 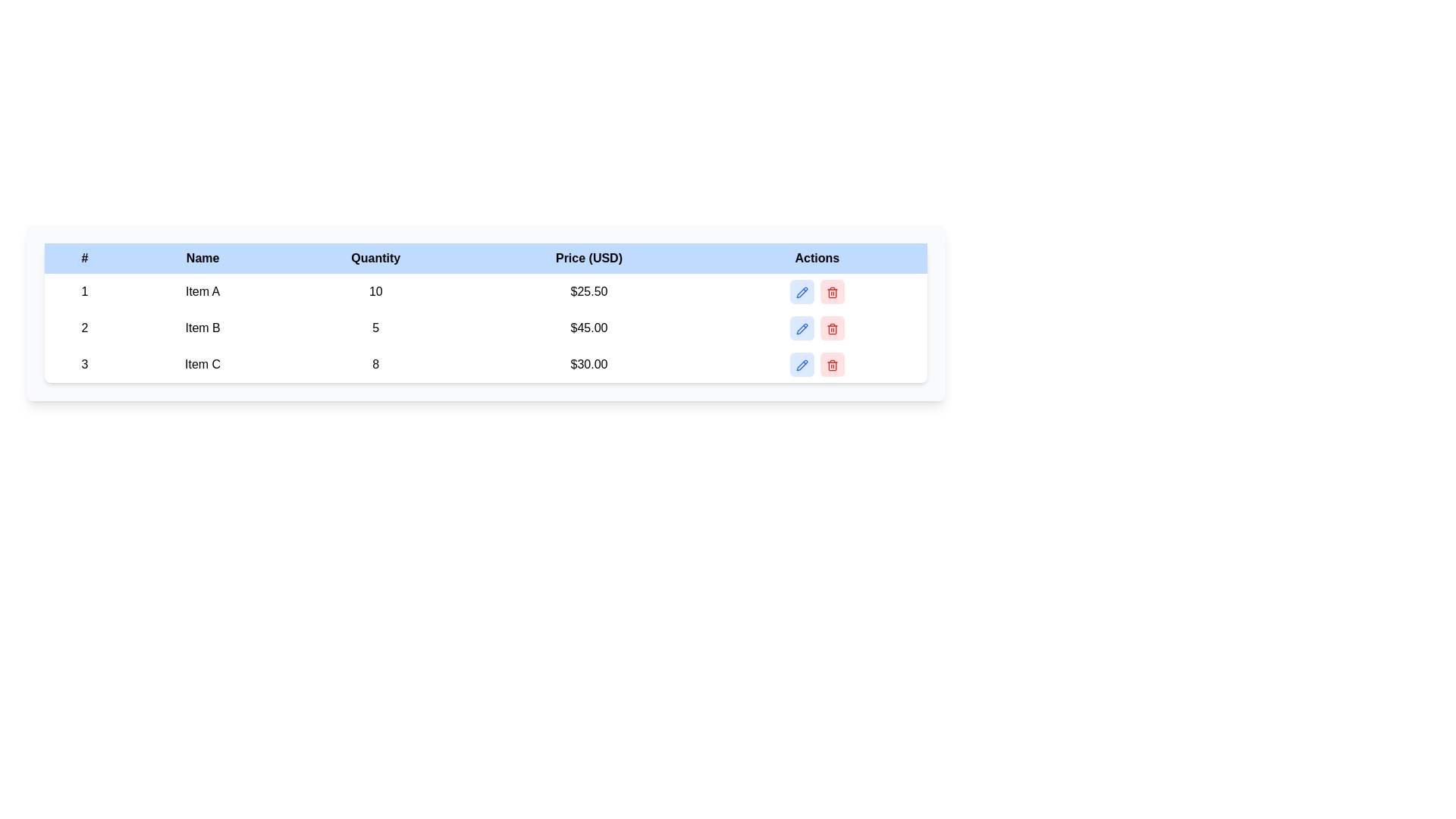 I want to click on the delete button located in the 'Actions' column of the third row in the table to observe style changes, so click(x=831, y=365).